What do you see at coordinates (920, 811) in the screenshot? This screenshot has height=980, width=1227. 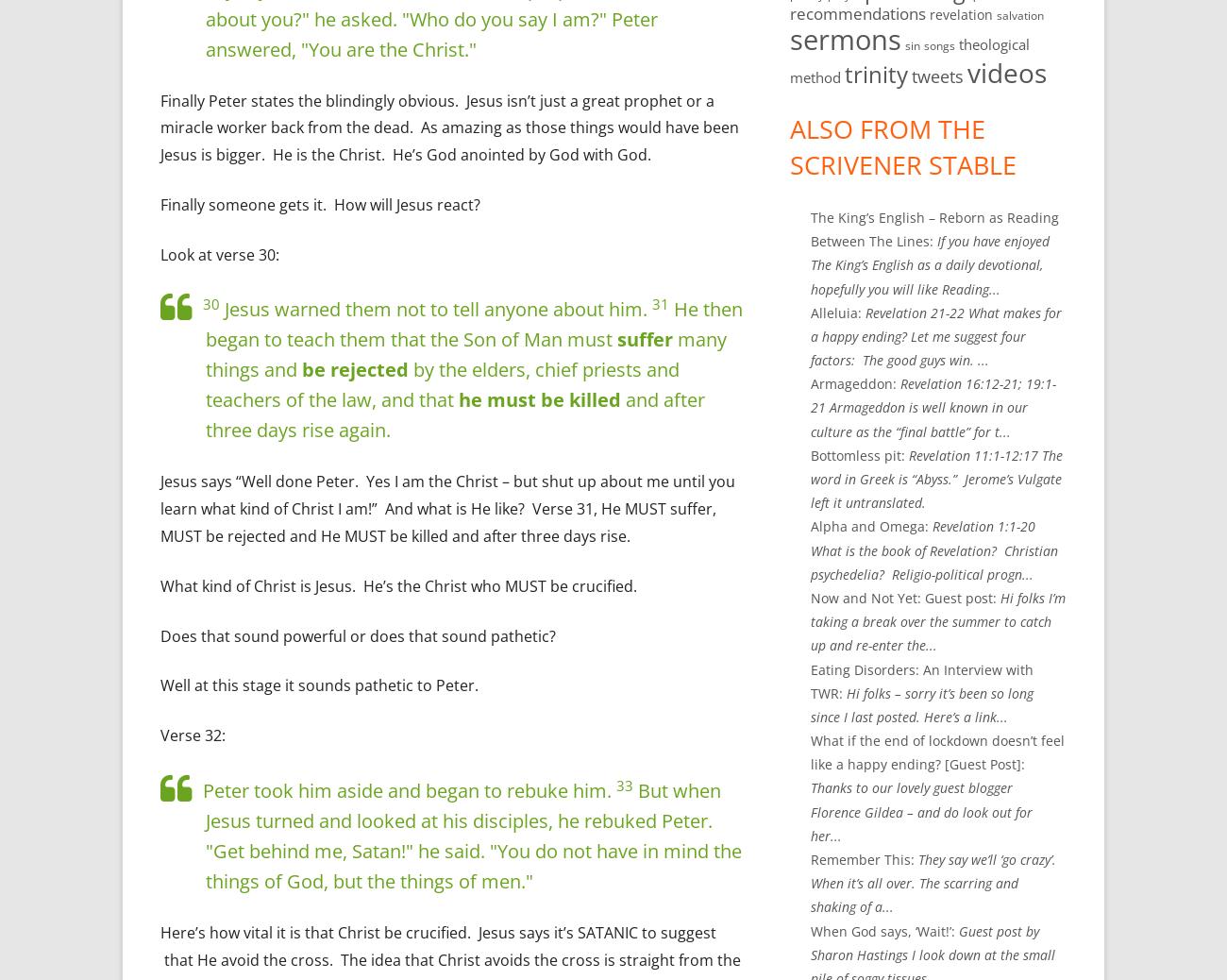 I see `'Thanks to our lovely guest blogger Florence Gildea – and do look out for her...'` at bounding box center [920, 811].